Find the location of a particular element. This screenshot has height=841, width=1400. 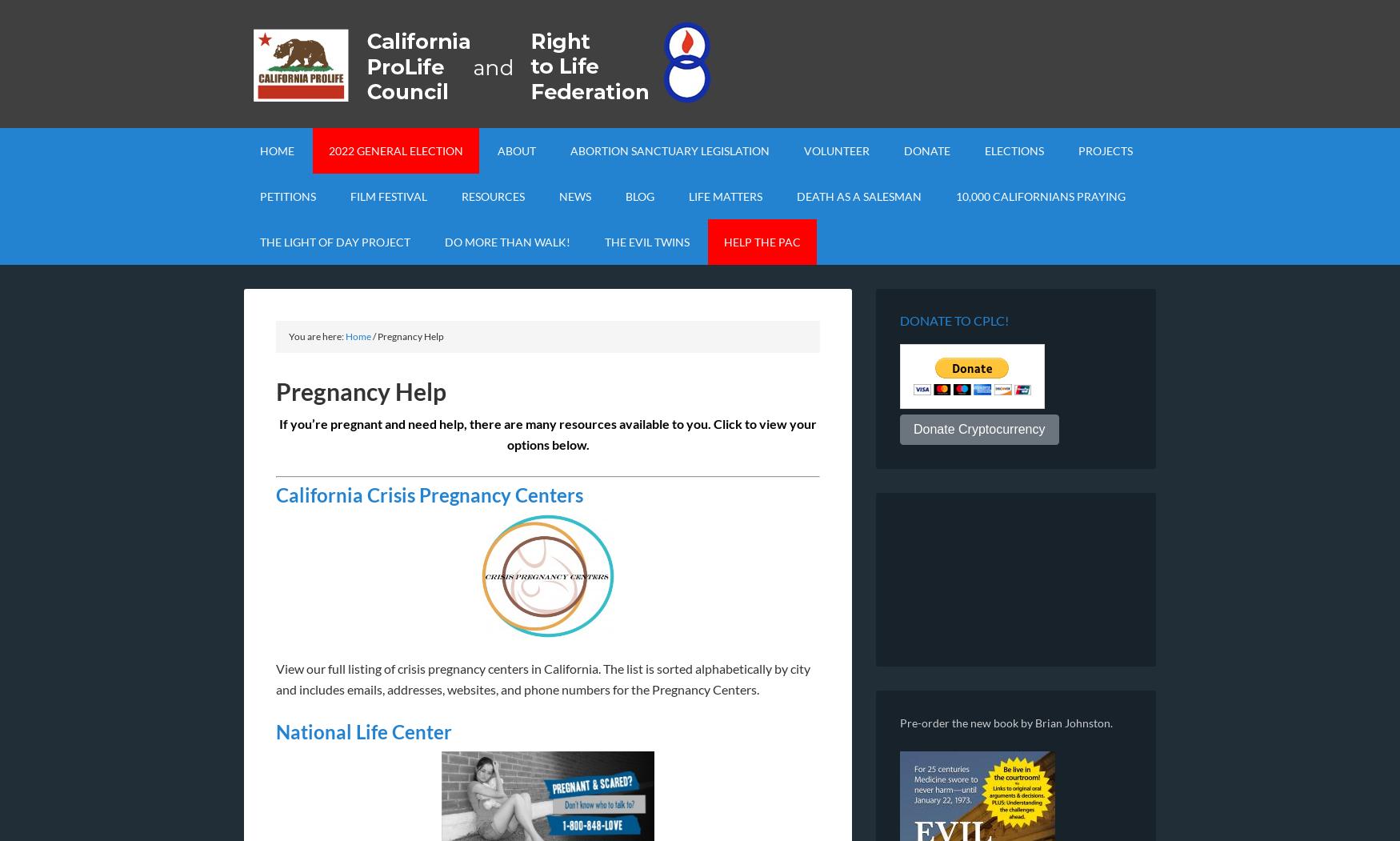

'Film Festival' is located at coordinates (388, 196).